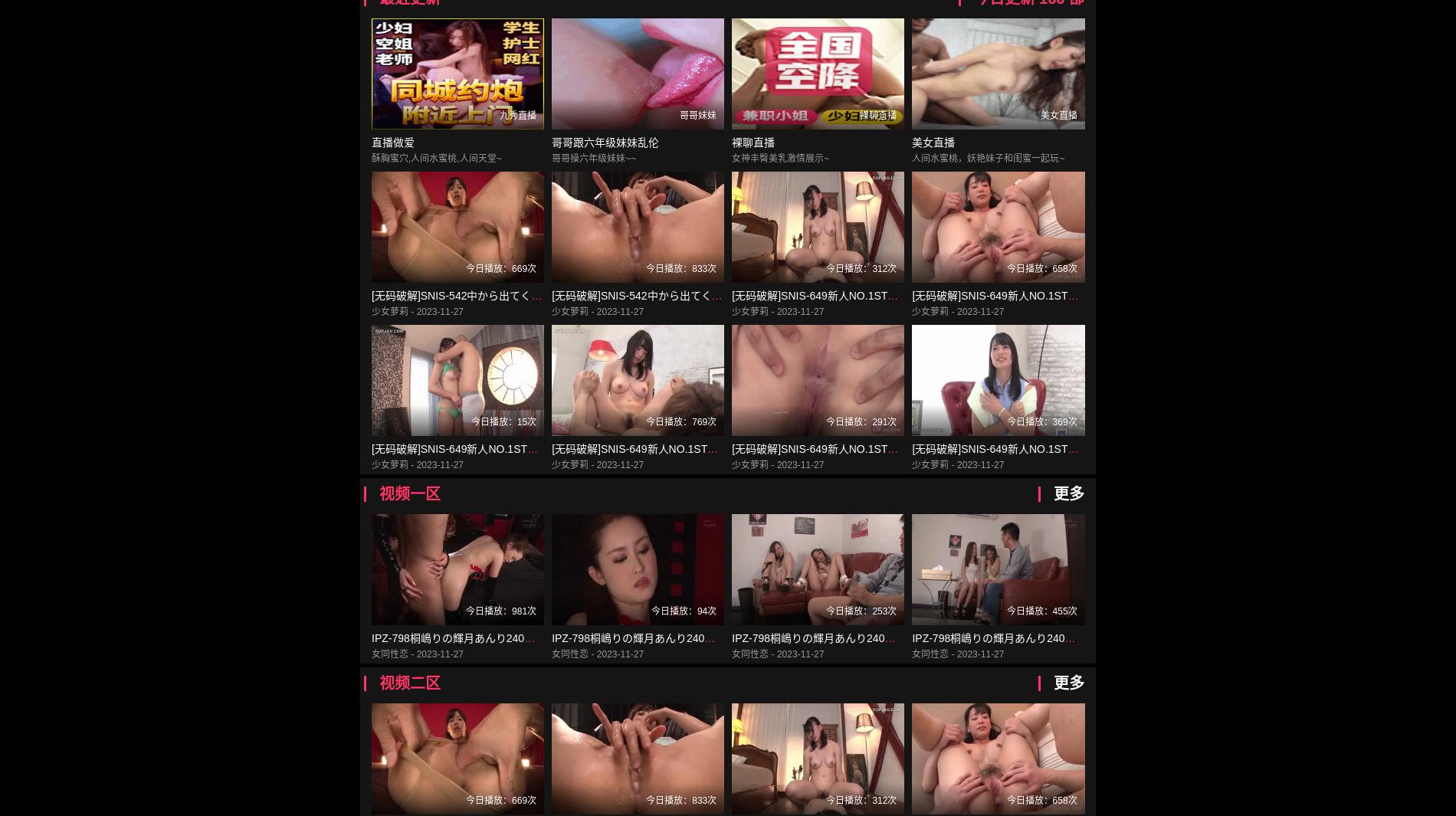 This screenshot has height=816, width=1456. What do you see at coordinates (1005, 422) in the screenshot?
I see `'今日播放：369次'` at bounding box center [1005, 422].